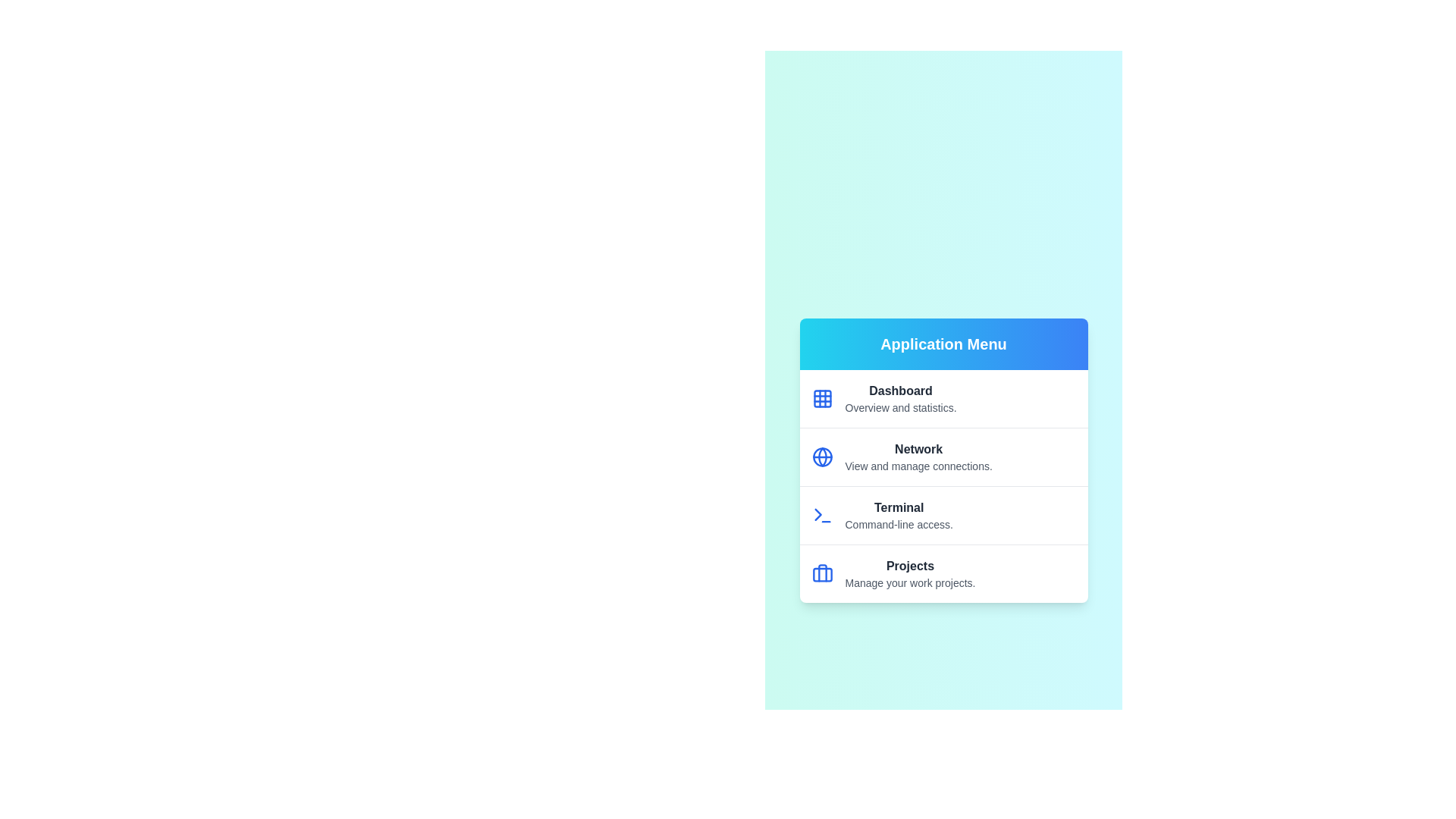 This screenshot has width=1456, height=819. What do you see at coordinates (943, 455) in the screenshot?
I see `the menu item corresponding to Network` at bounding box center [943, 455].